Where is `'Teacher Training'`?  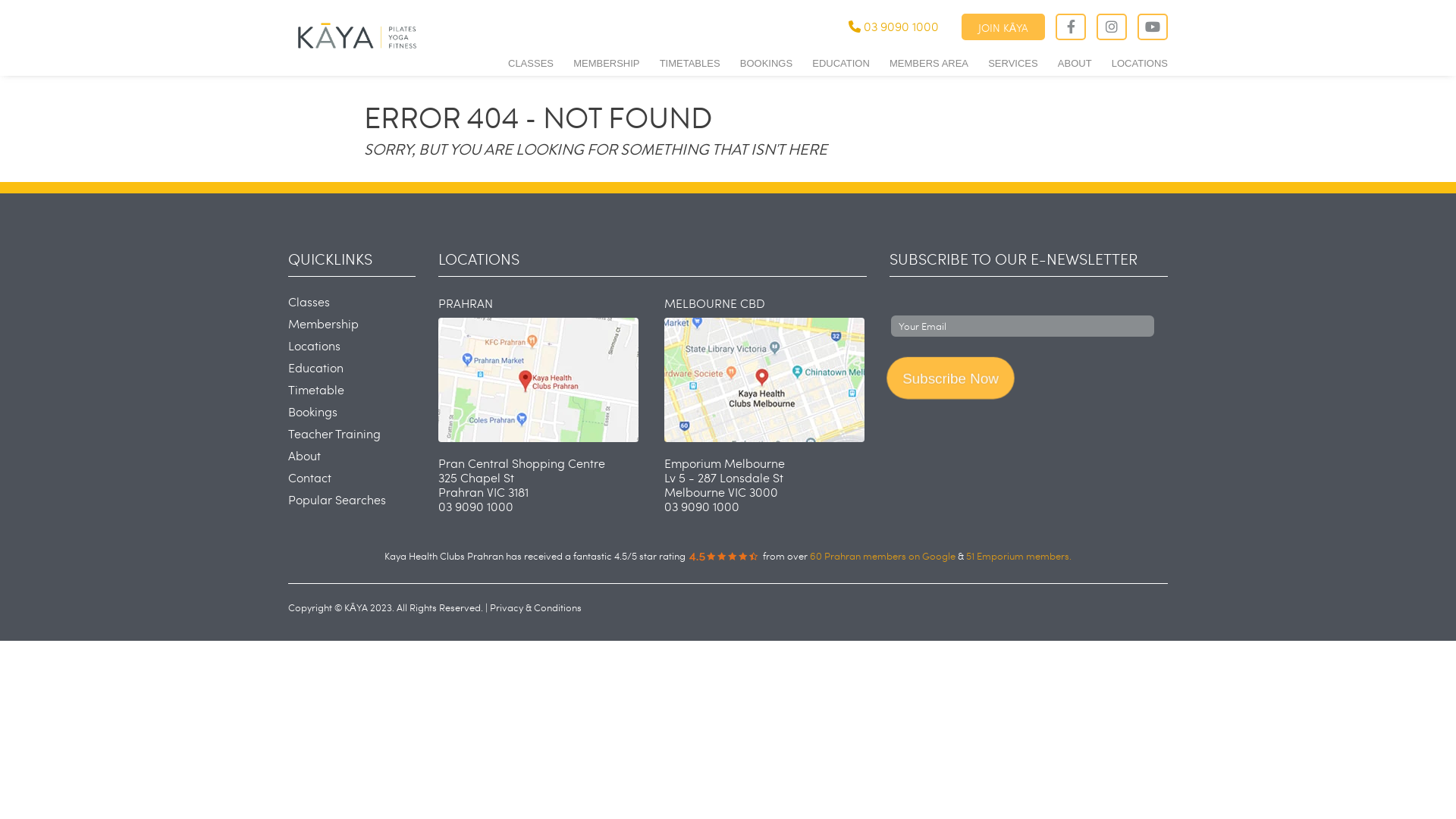
'Teacher Training' is located at coordinates (334, 433).